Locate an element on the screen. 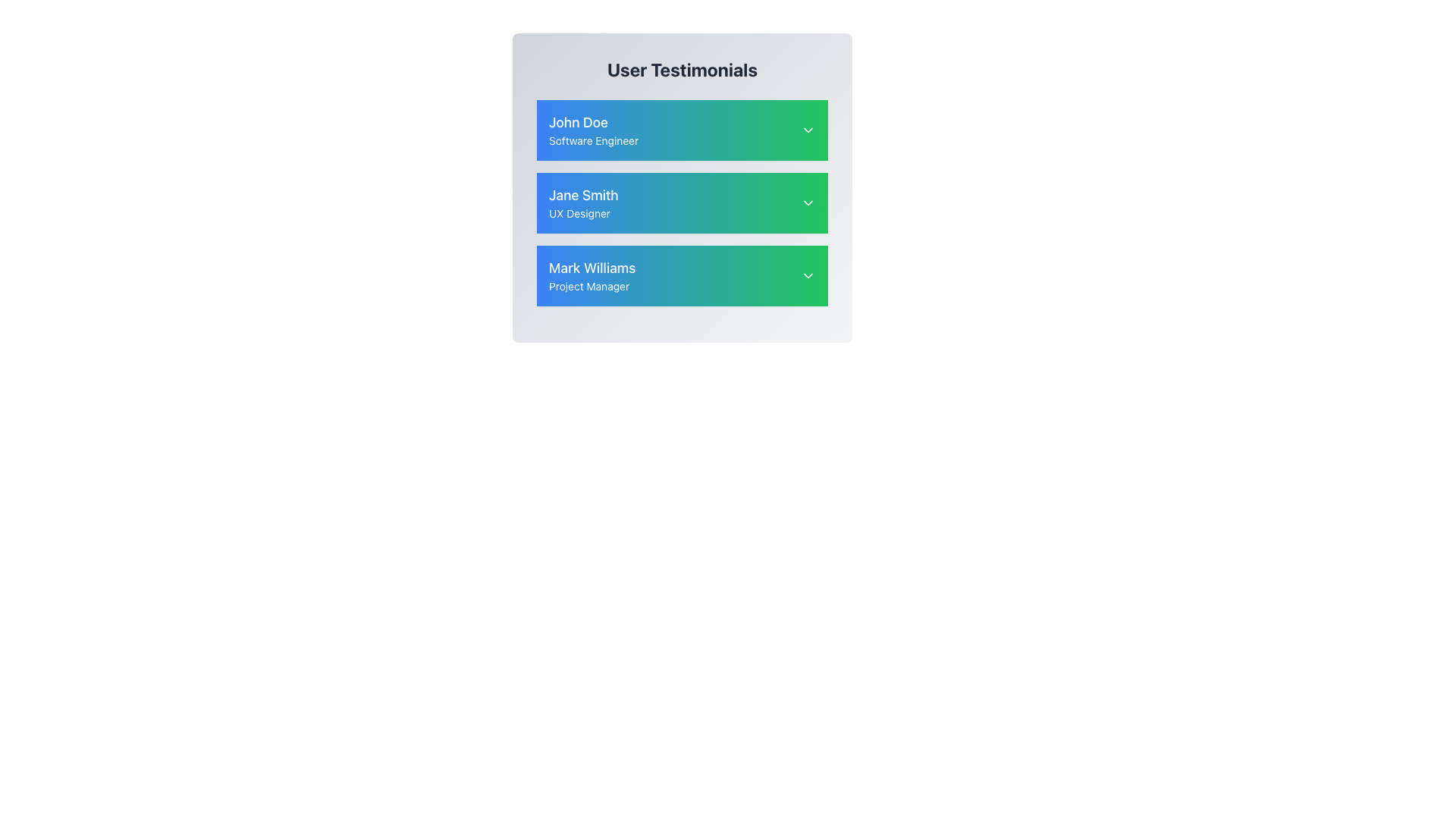  the text label displaying the job title or role related to 'Mark Williams' in the testimonial interface, which is located at the bottom-most entry of a column list of user testimonials is located at coordinates (591, 287).